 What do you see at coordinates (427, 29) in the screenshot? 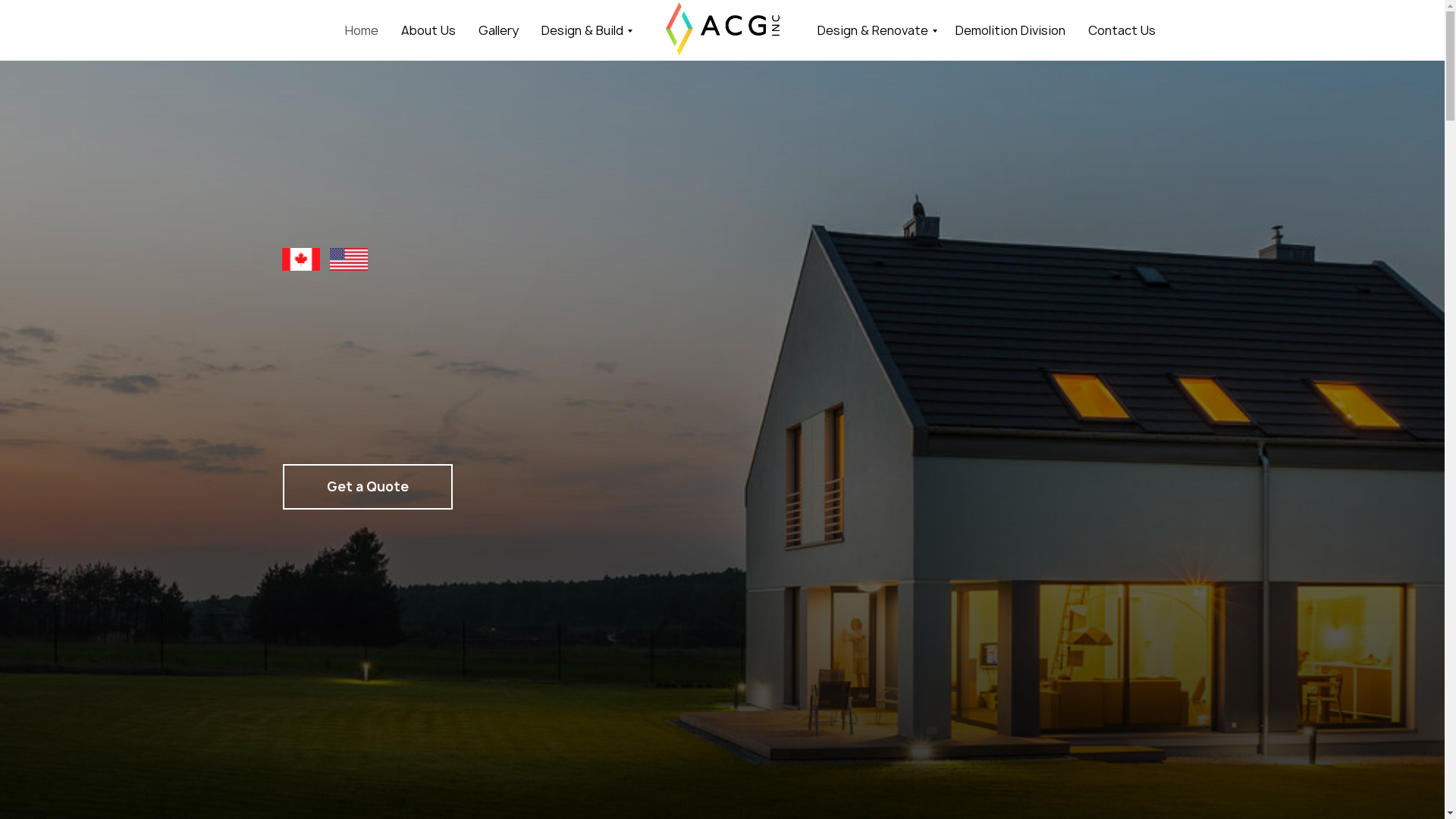
I see `'About Us'` at bounding box center [427, 29].